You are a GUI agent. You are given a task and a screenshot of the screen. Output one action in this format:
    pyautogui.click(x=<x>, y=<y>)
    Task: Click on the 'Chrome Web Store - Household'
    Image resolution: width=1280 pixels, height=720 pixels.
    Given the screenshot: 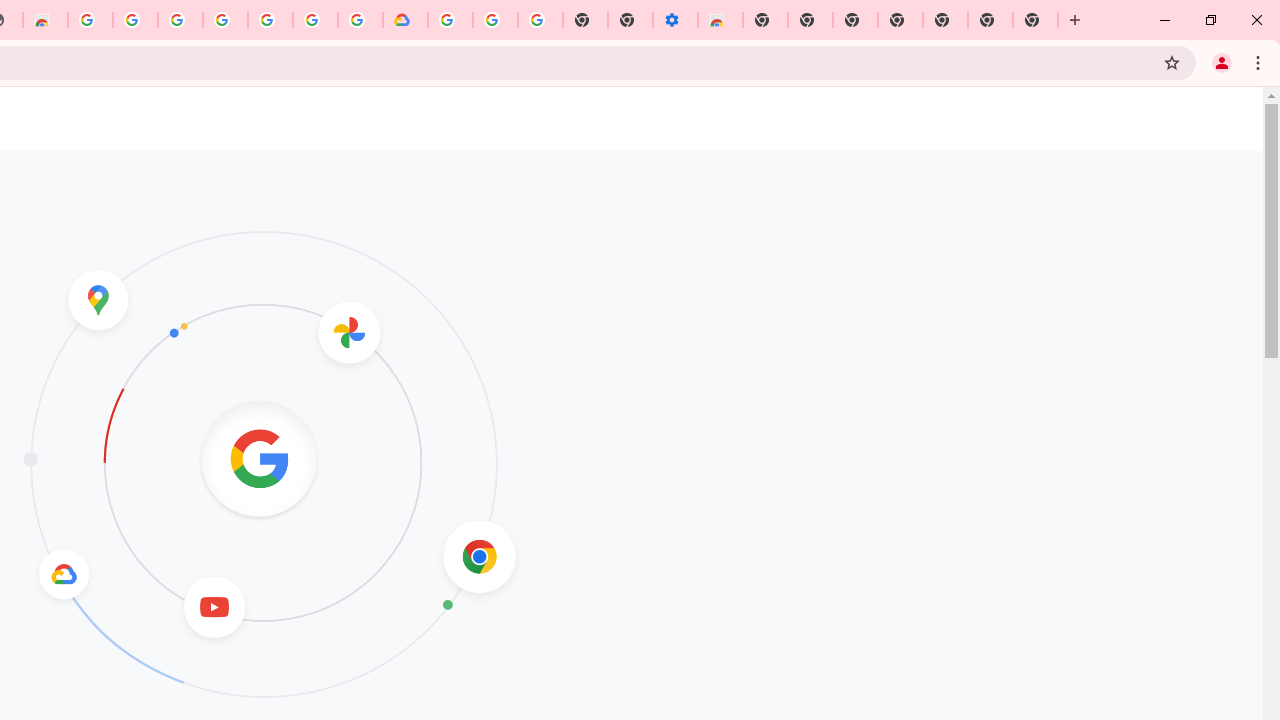 What is the action you would take?
    pyautogui.click(x=45, y=20)
    